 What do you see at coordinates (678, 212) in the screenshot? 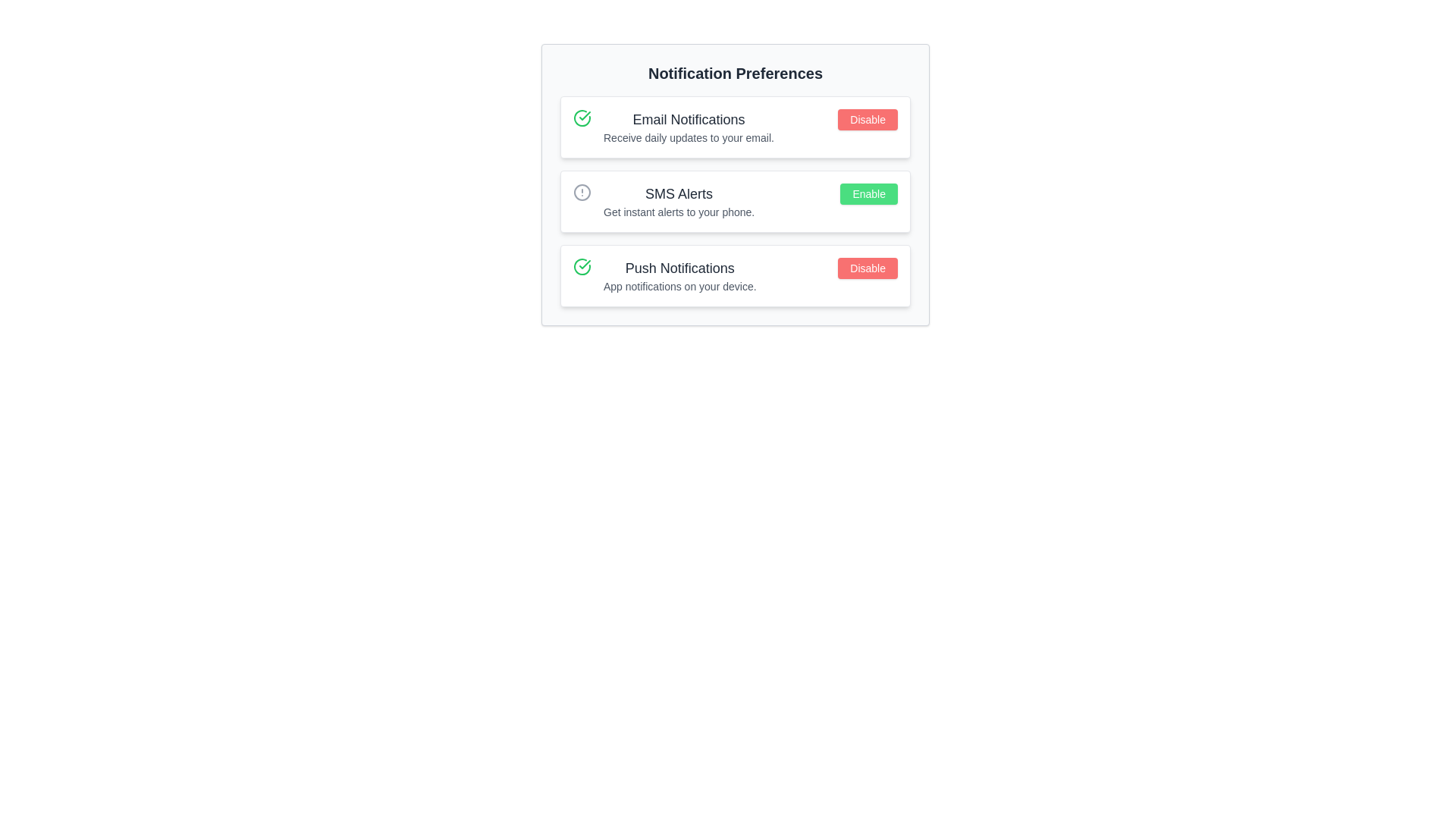
I see `descriptive text located directly under the header 'SMS Alerts' within the SMS Alerts notification card in the Notification Preferences panel` at bounding box center [678, 212].